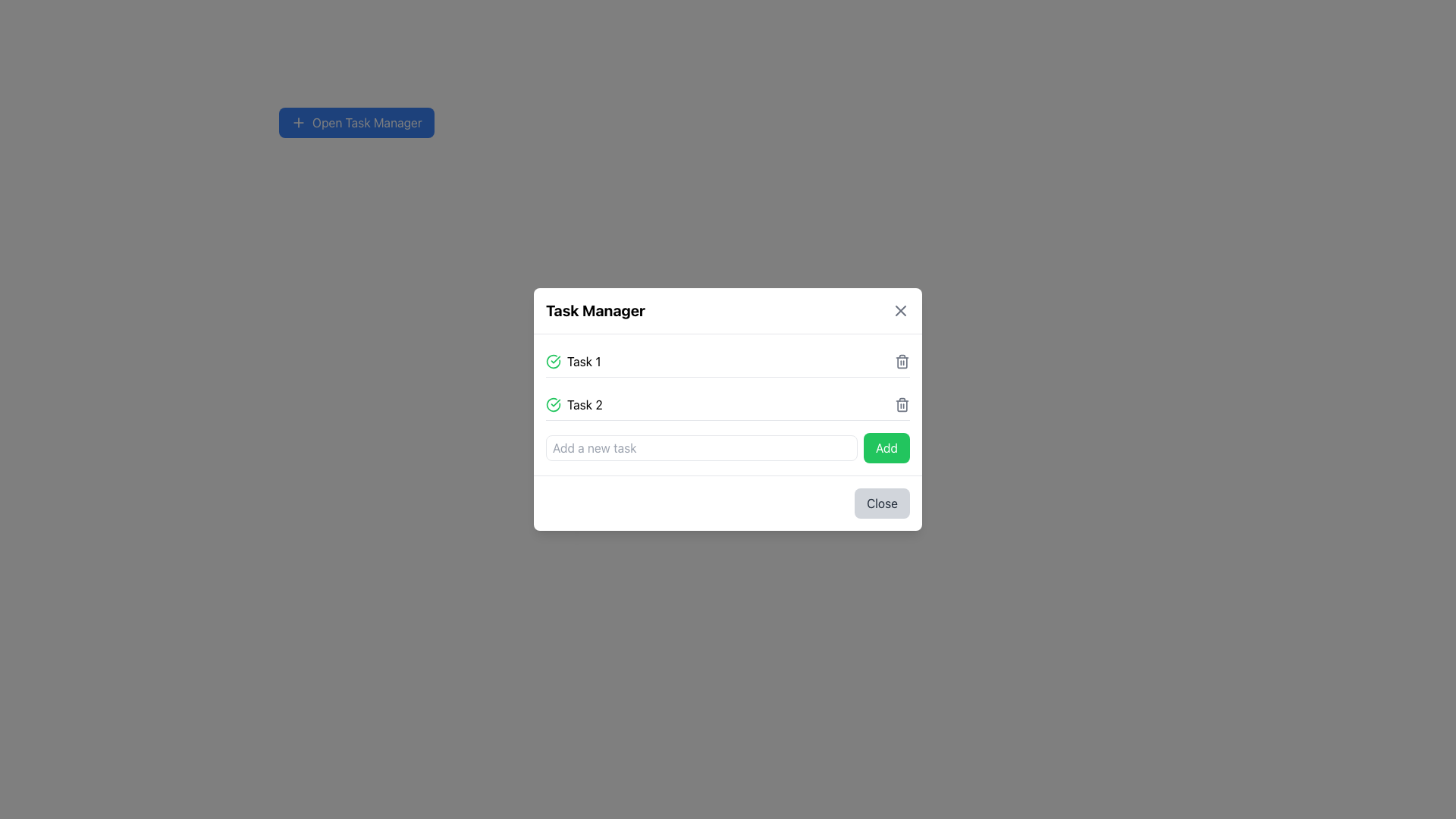 The image size is (1456, 819). Describe the element at coordinates (901, 309) in the screenshot. I see `the small X icon representing the close button in the Task Manager modal, which is styled with a black stroke and located near the top-right corner` at that location.